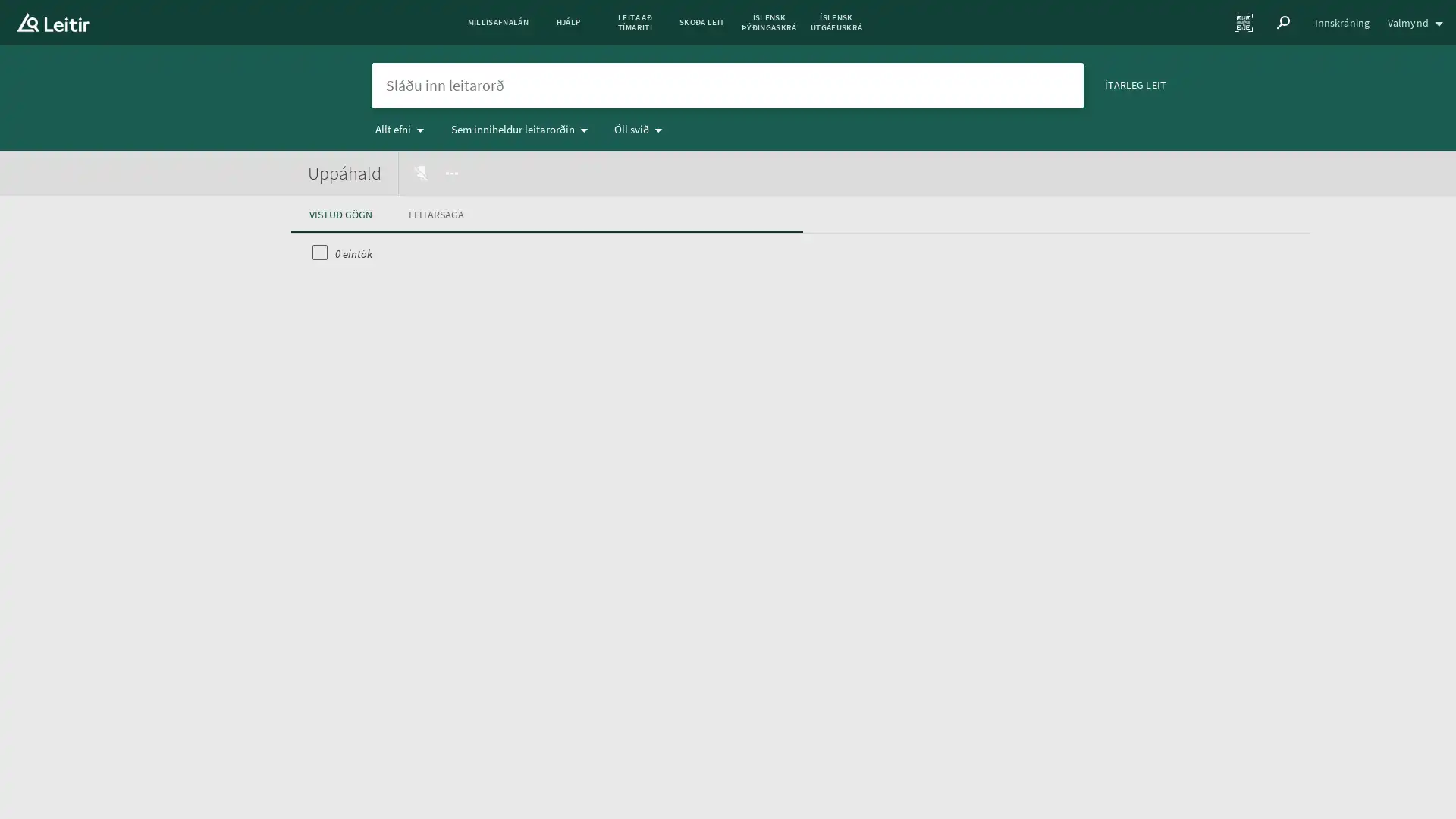  I want to click on Veldu siu(r) og smelltu a leita, so click(1065, 84).